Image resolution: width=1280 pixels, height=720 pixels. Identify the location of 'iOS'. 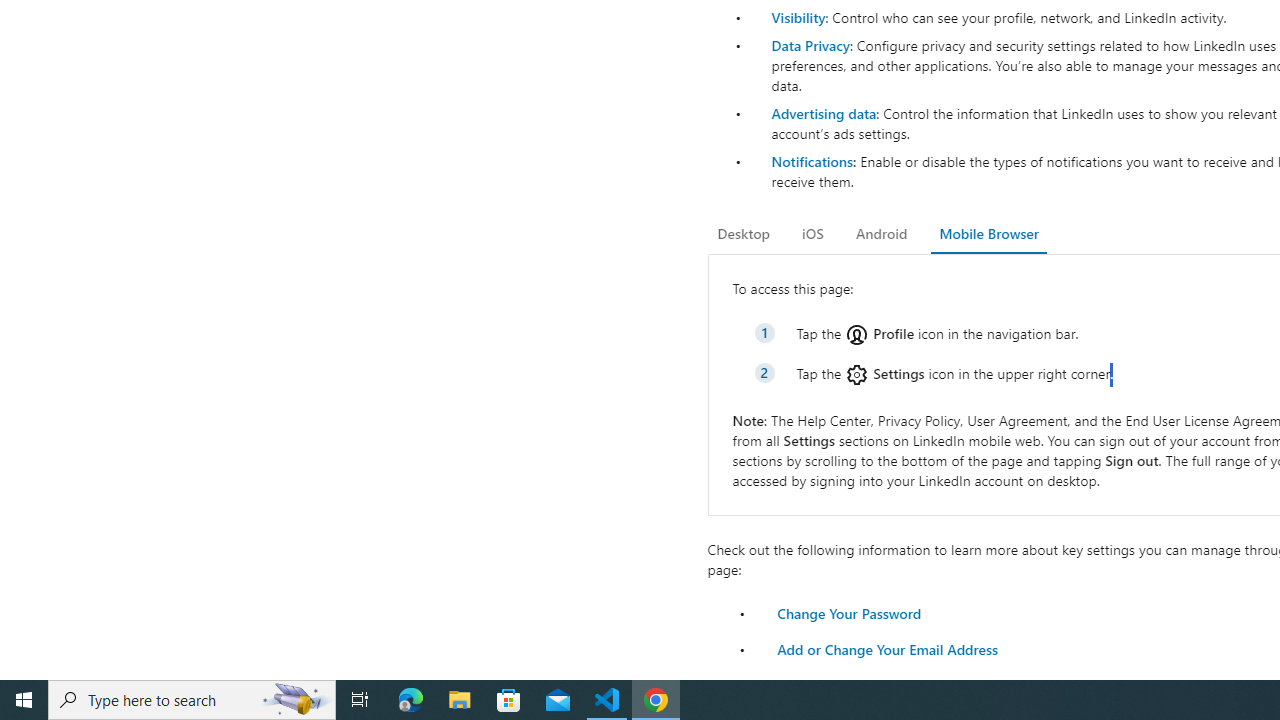
(812, 233).